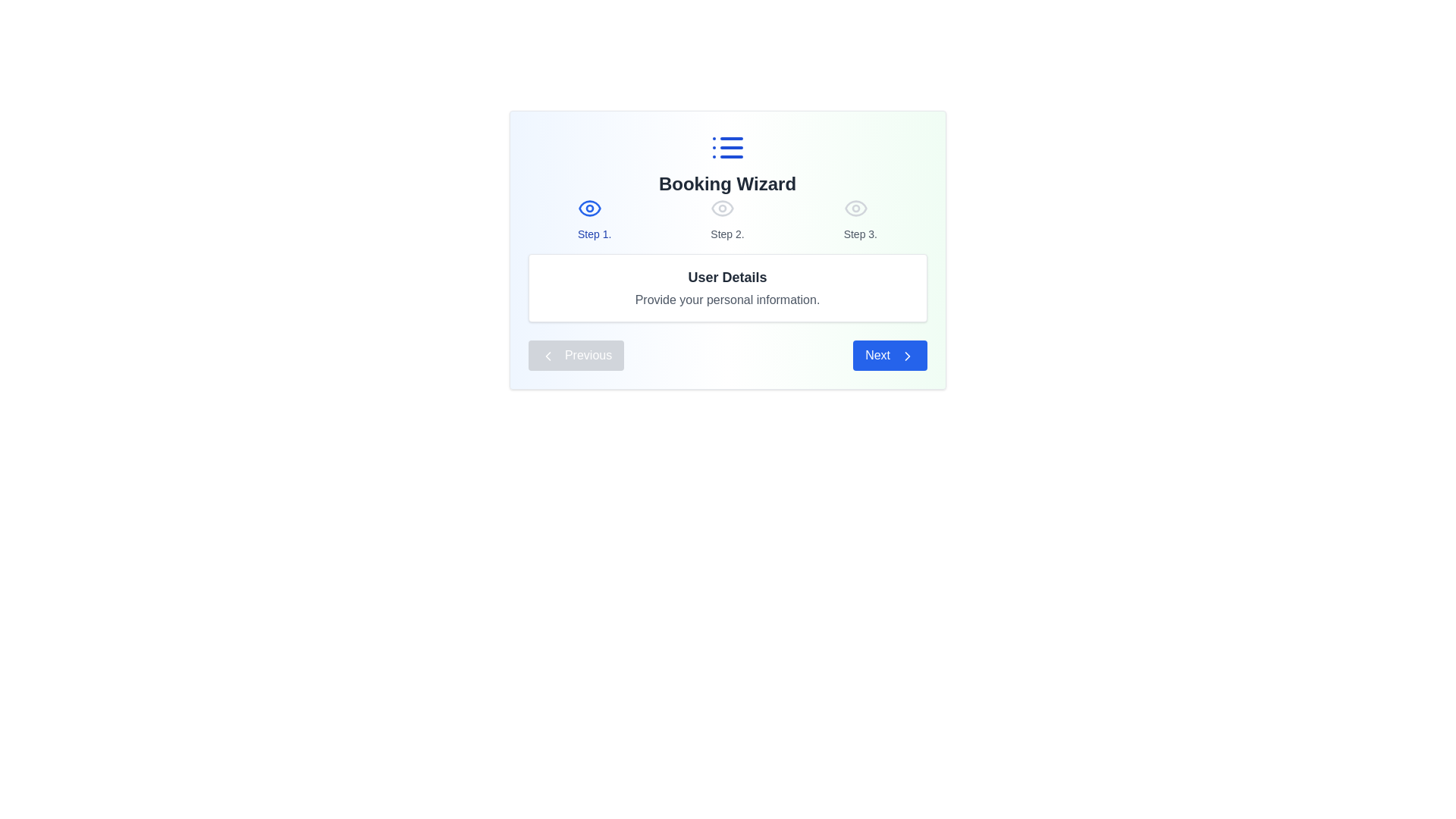 The height and width of the screenshot is (819, 1456). I want to click on the eye icon, which is the rightmost step indicator in the 'Step 3' section, to observe its highlighting or tooltip, so click(855, 208).